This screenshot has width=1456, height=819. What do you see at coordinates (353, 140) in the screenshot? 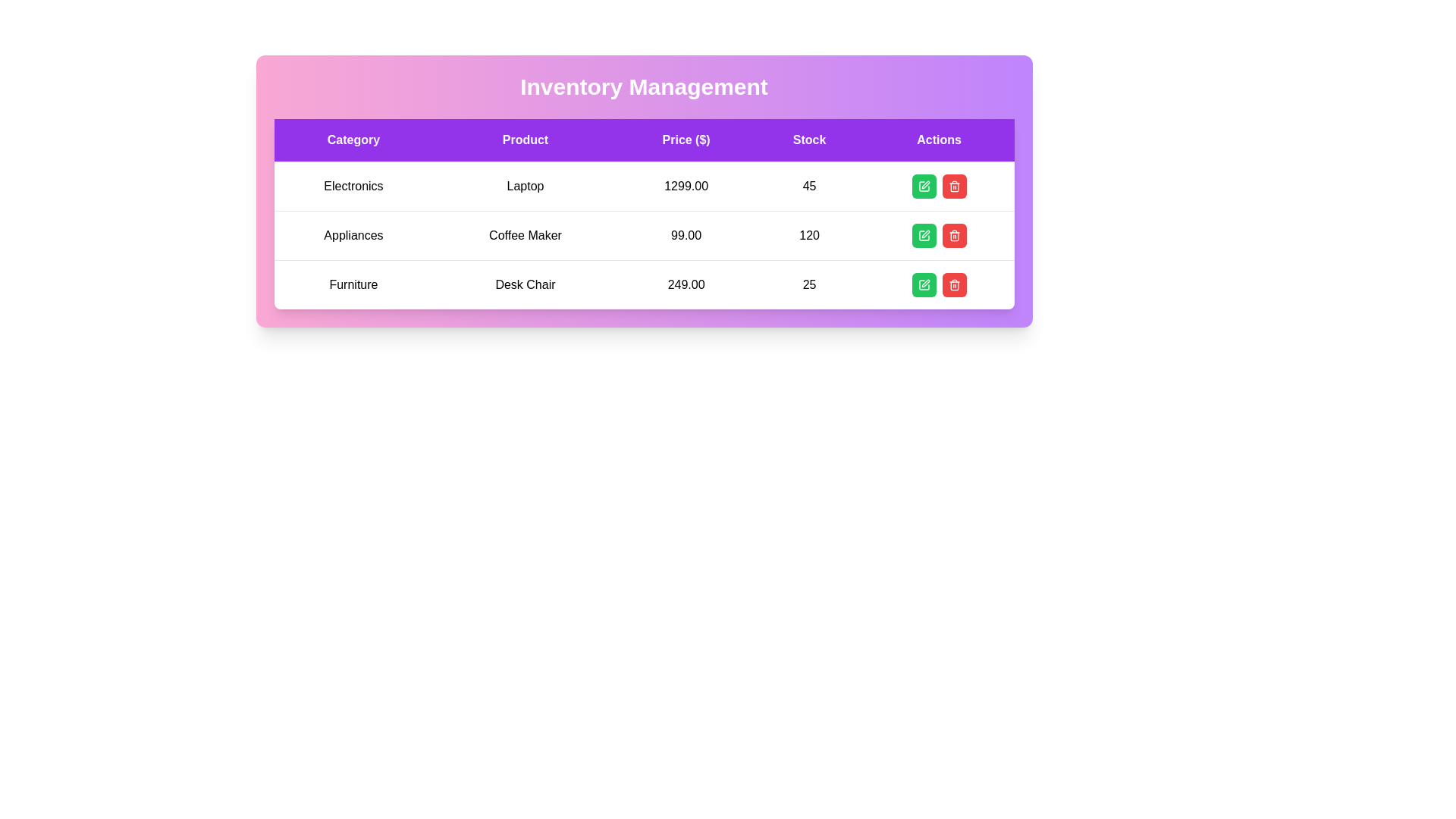
I see `the 'Category' header label in the table, which is the first column header aligned with other headers like 'Product', 'Price ($)', 'Stock', and 'Actions'` at bounding box center [353, 140].